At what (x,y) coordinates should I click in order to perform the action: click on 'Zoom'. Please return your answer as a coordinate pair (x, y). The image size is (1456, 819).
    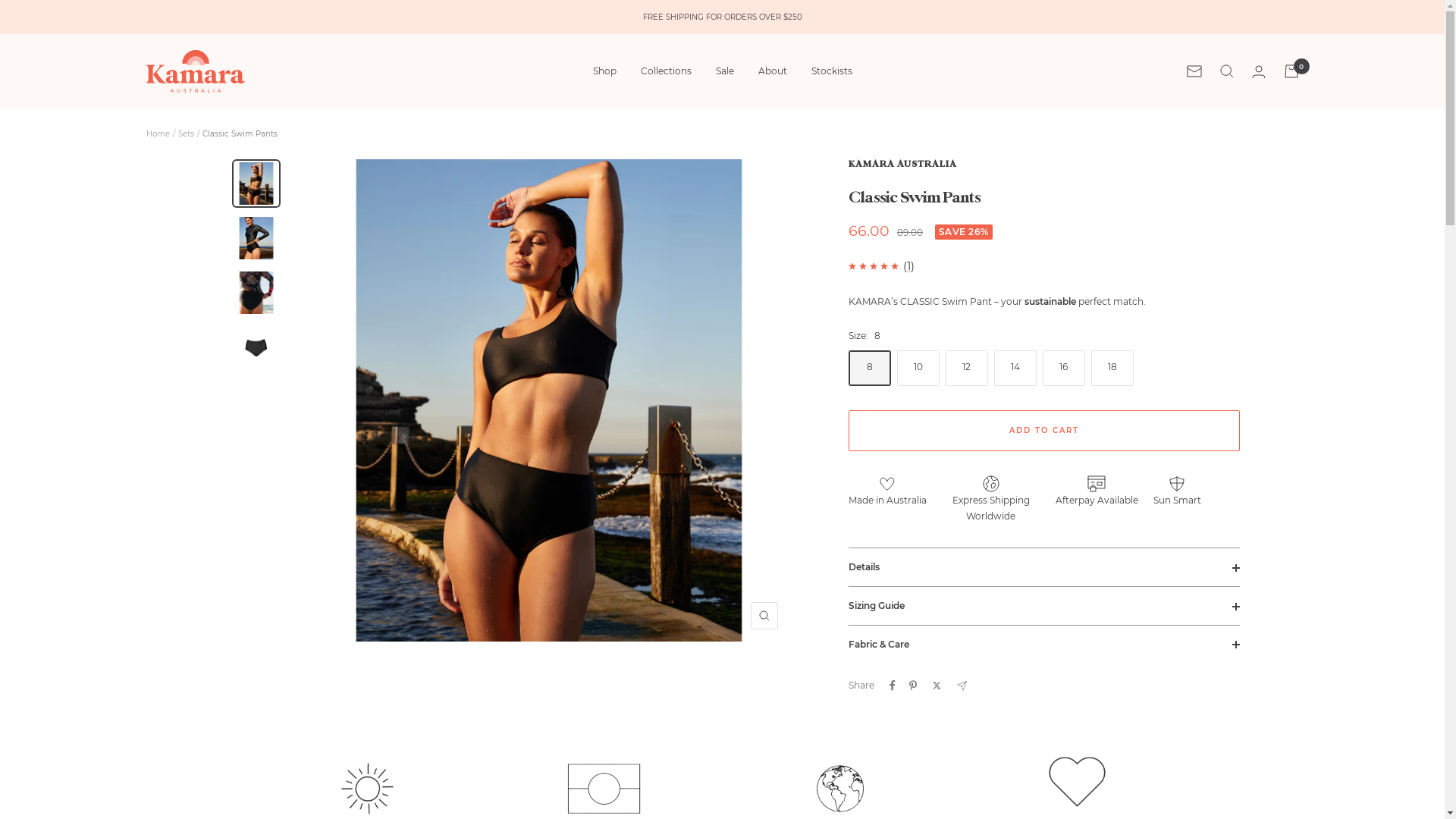
    Looking at the image, I should click on (764, 616).